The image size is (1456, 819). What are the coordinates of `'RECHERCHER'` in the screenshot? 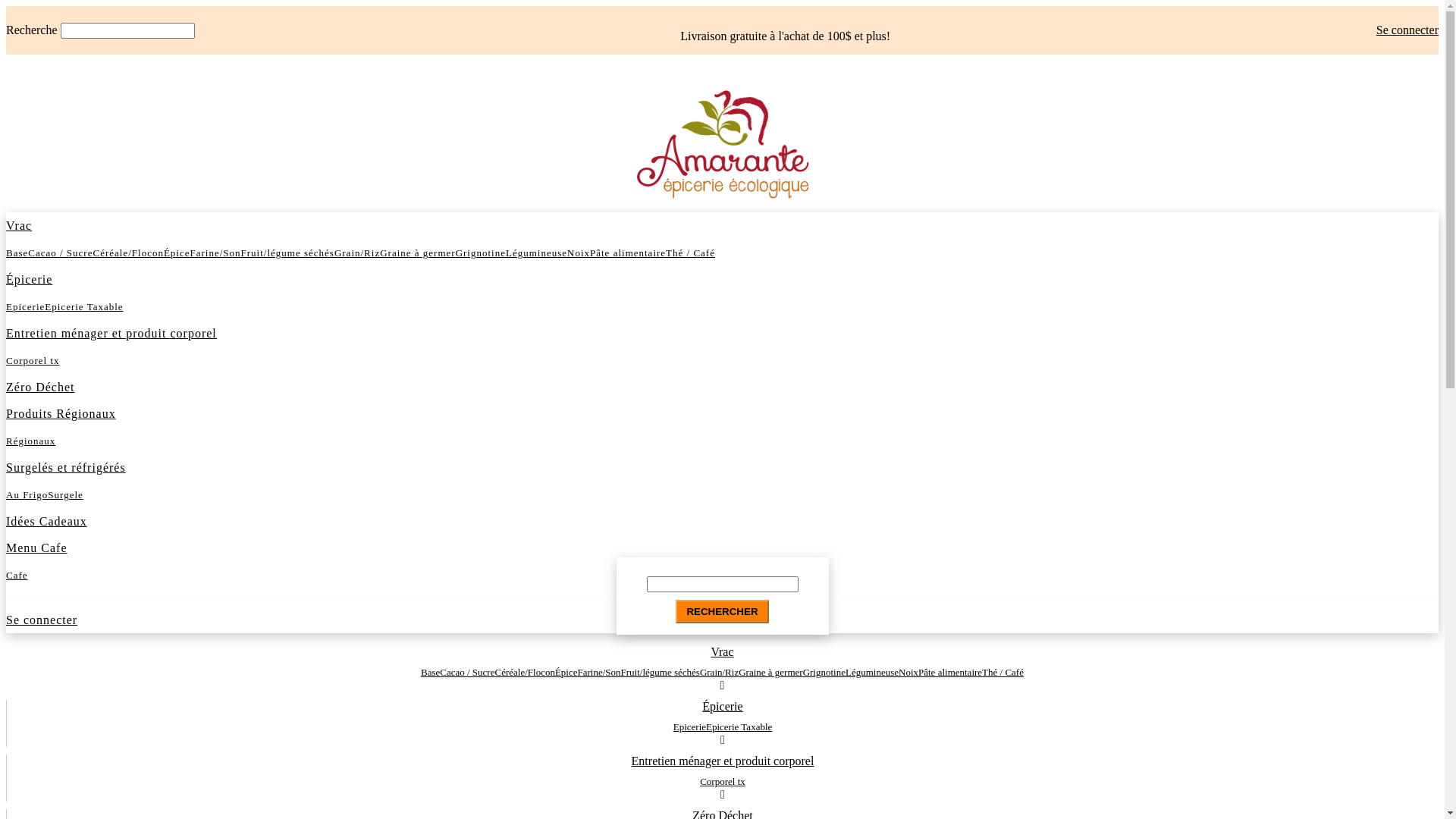 It's located at (720, 610).